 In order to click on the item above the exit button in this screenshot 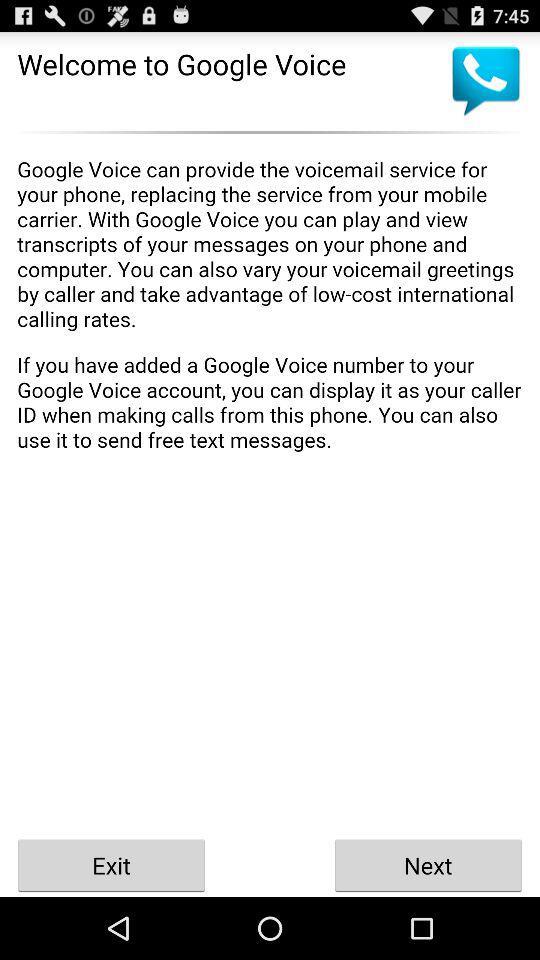, I will do `click(270, 486)`.